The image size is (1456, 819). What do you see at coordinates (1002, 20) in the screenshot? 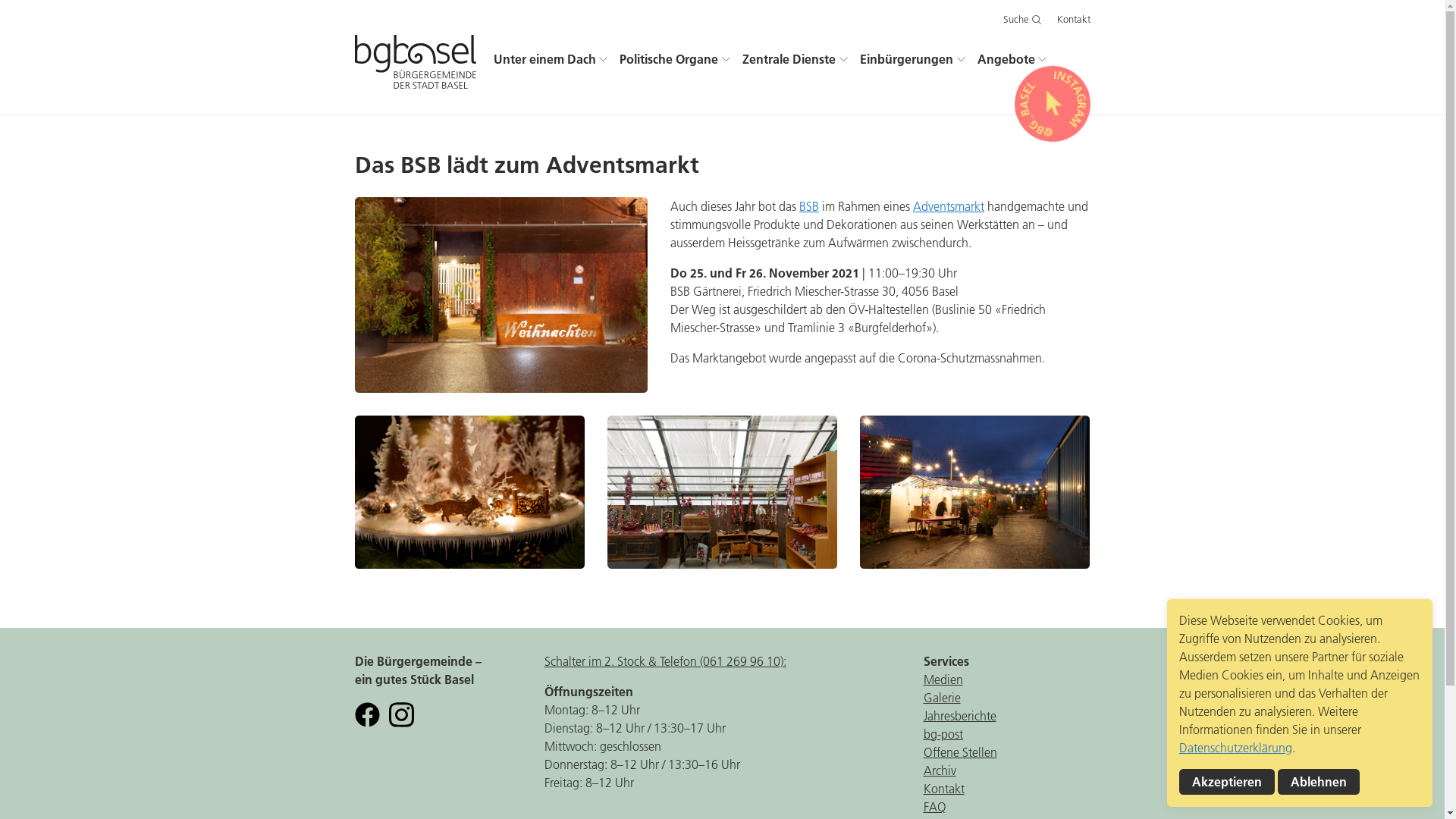
I see `'Suche'` at bounding box center [1002, 20].